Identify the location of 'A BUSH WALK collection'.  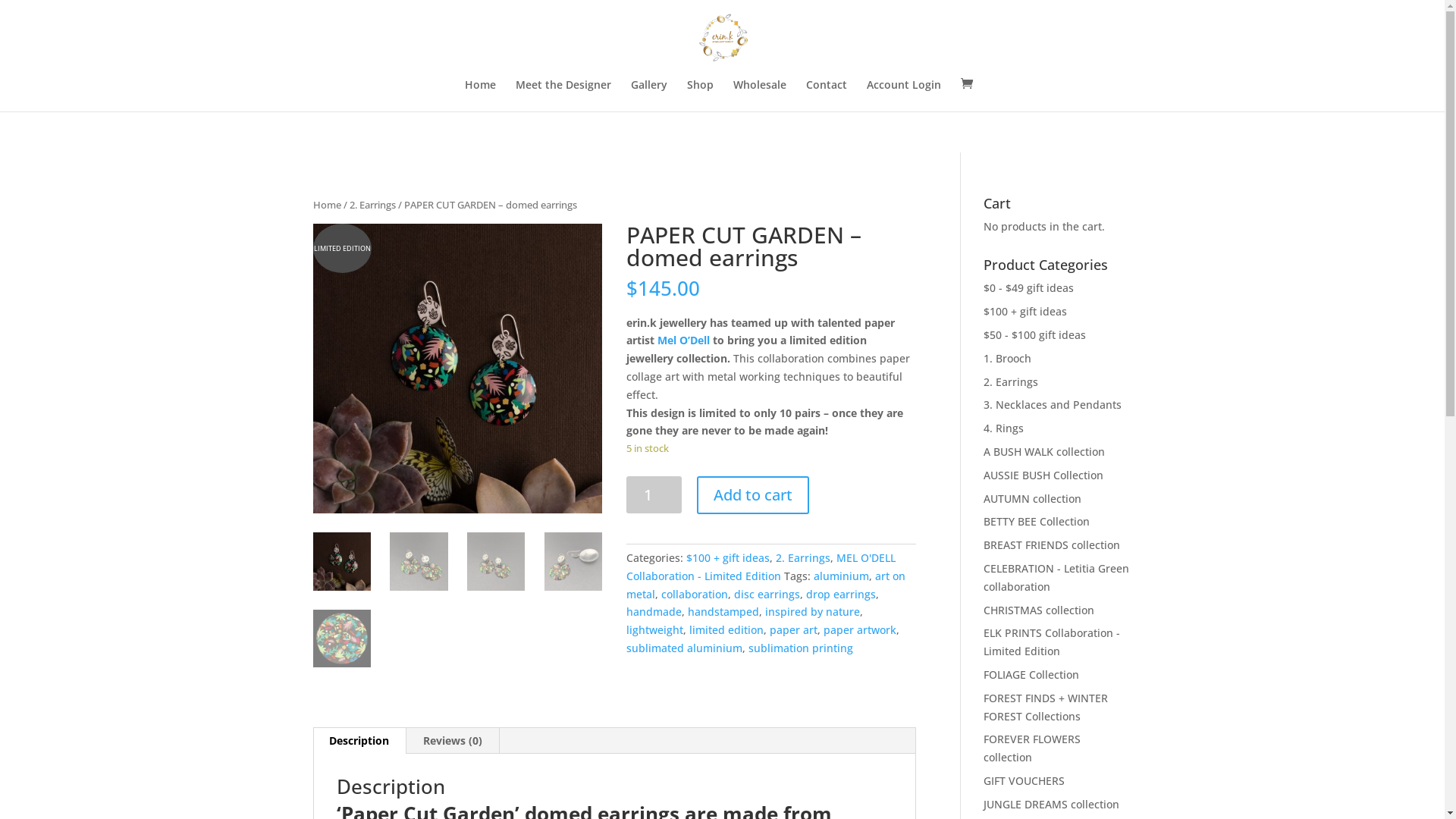
(1043, 450).